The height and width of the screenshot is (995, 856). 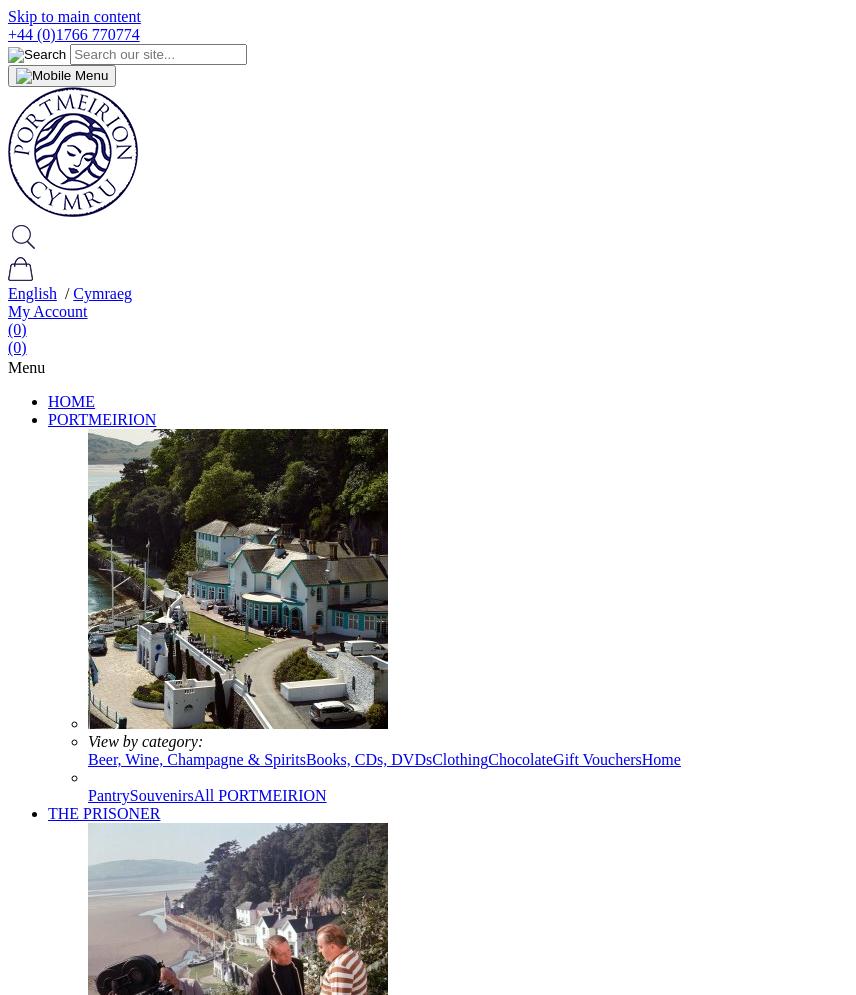 I want to click on 'HOME', so click(x=70, y=401).